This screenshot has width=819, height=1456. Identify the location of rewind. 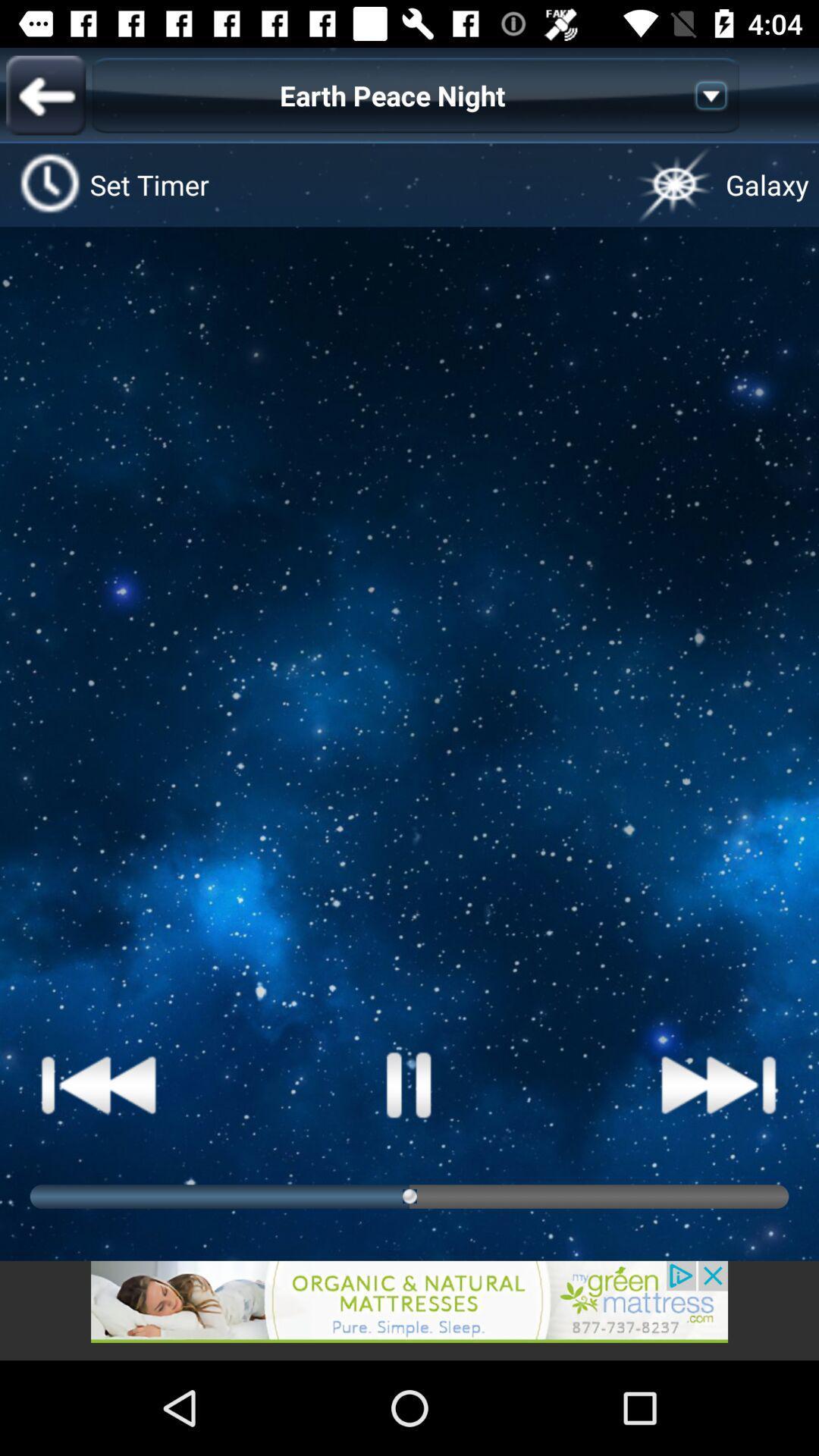
(99, 1084).